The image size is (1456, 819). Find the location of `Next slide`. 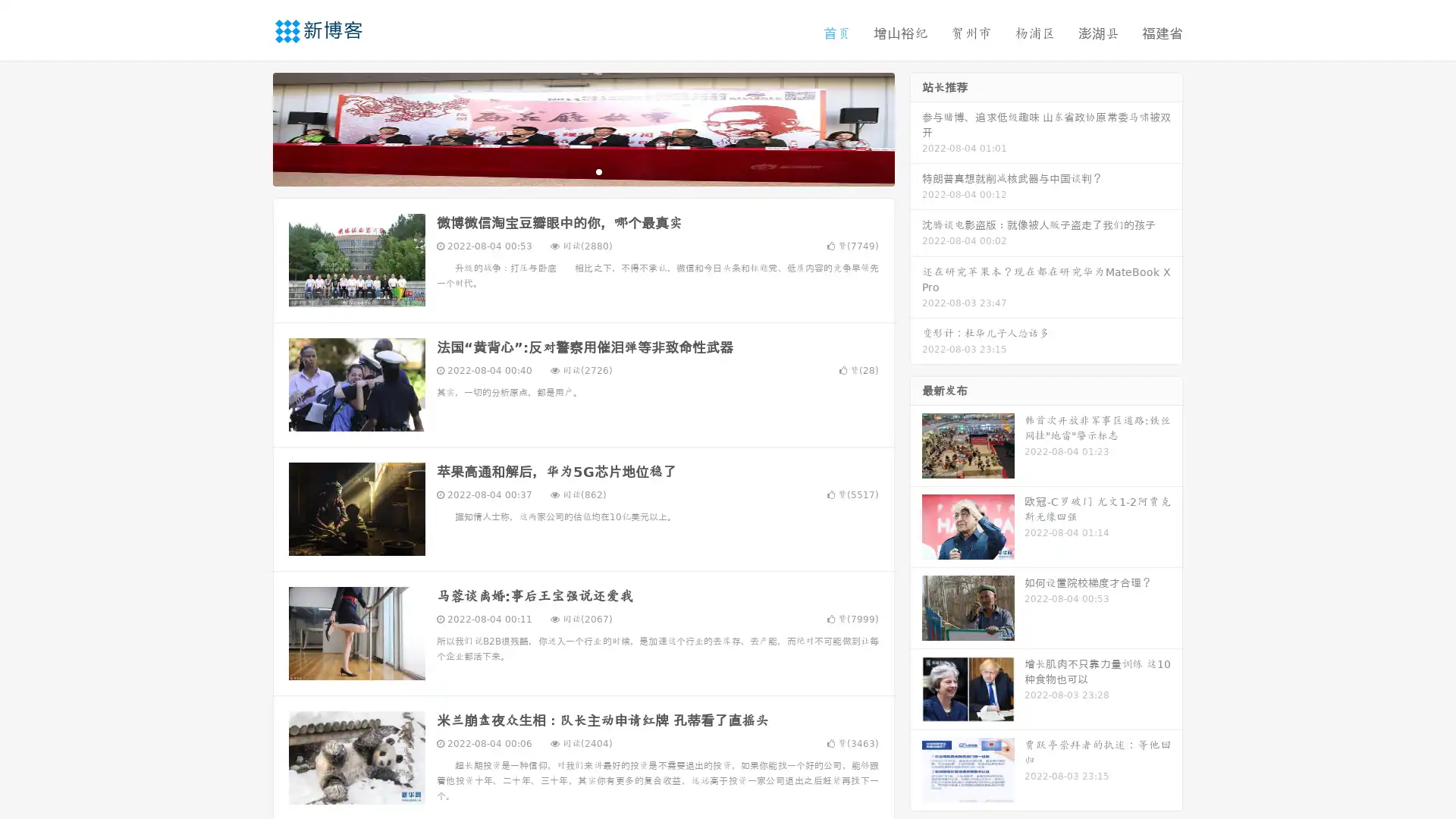

Next slide is located at coordinates (916, 127).